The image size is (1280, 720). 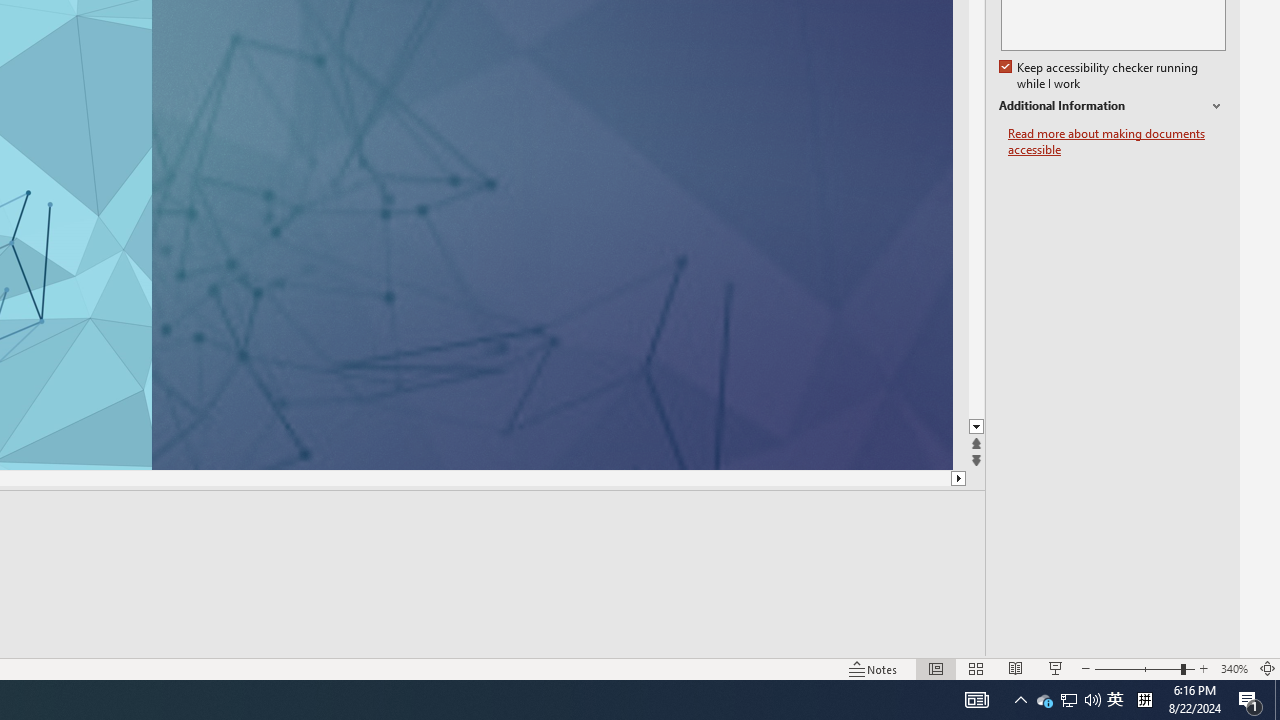 I want to click on 'Keep accessibility checker running while I work', so click(x=1099, y=75).